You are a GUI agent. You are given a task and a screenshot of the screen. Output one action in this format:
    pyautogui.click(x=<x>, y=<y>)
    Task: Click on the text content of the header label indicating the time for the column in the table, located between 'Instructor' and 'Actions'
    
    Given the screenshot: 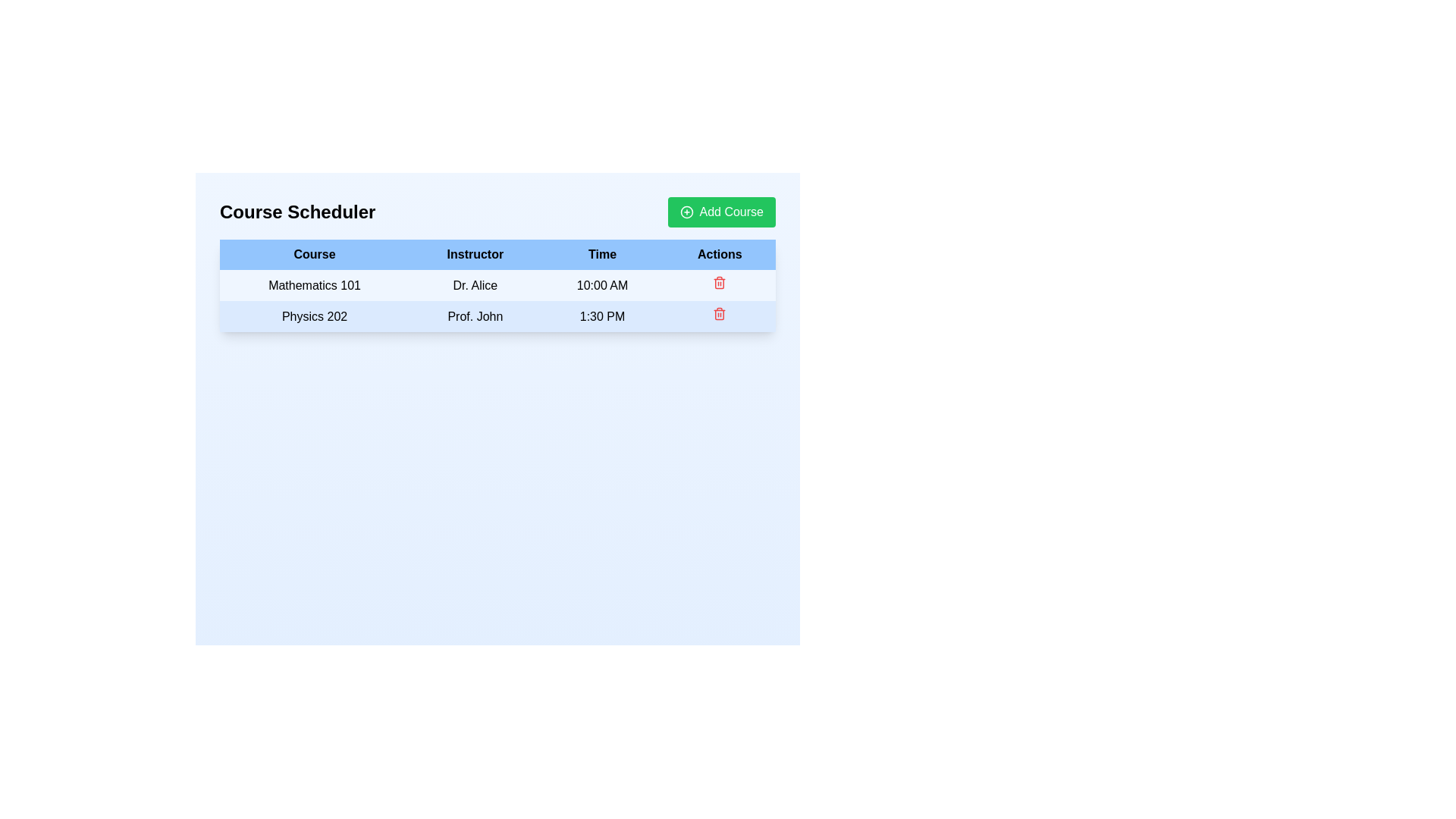 What is the action you would take?
    pyautogui.click(x=601, y=253)
    